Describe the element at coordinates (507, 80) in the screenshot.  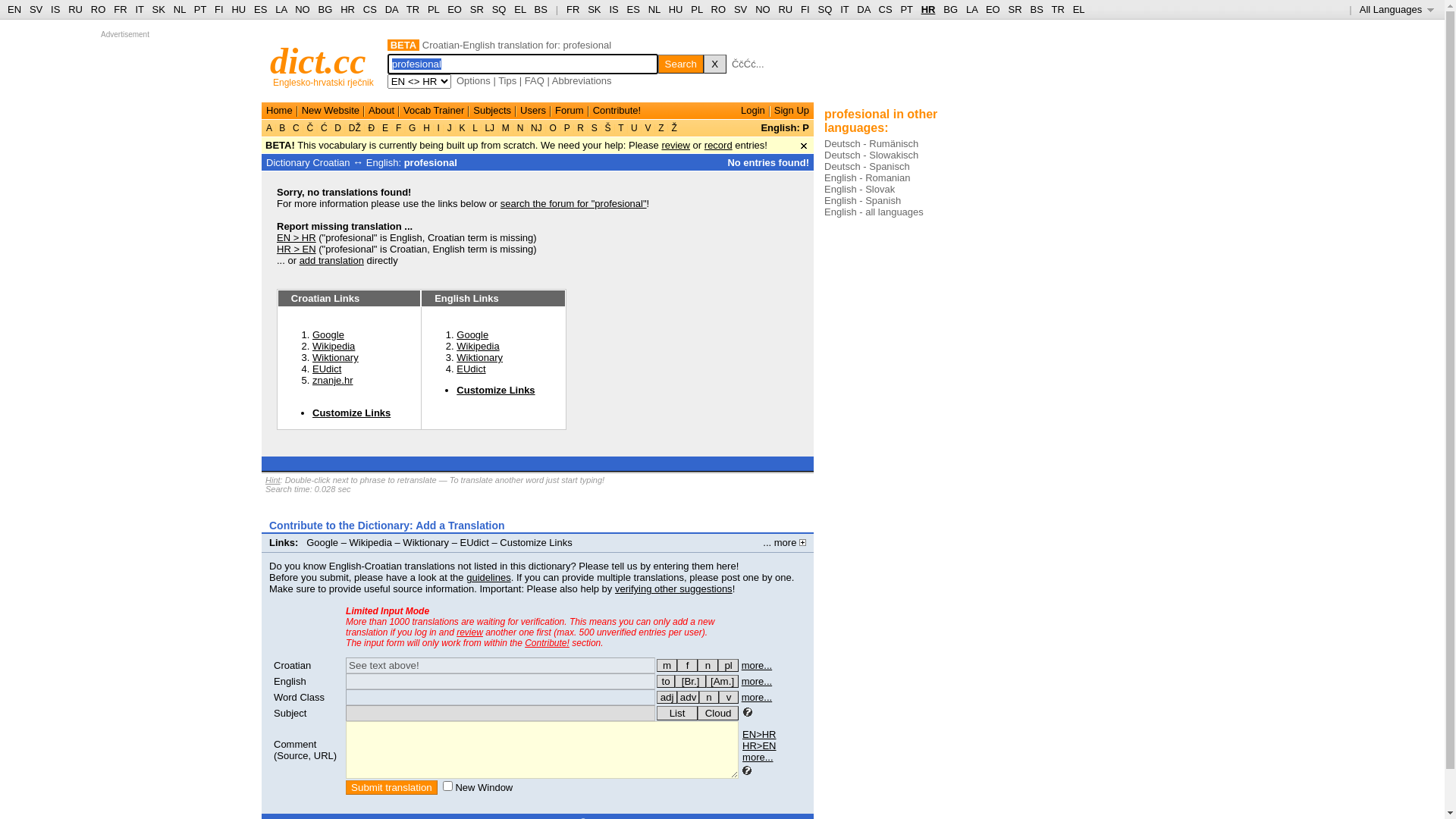
I see `'Tips'` at that location.